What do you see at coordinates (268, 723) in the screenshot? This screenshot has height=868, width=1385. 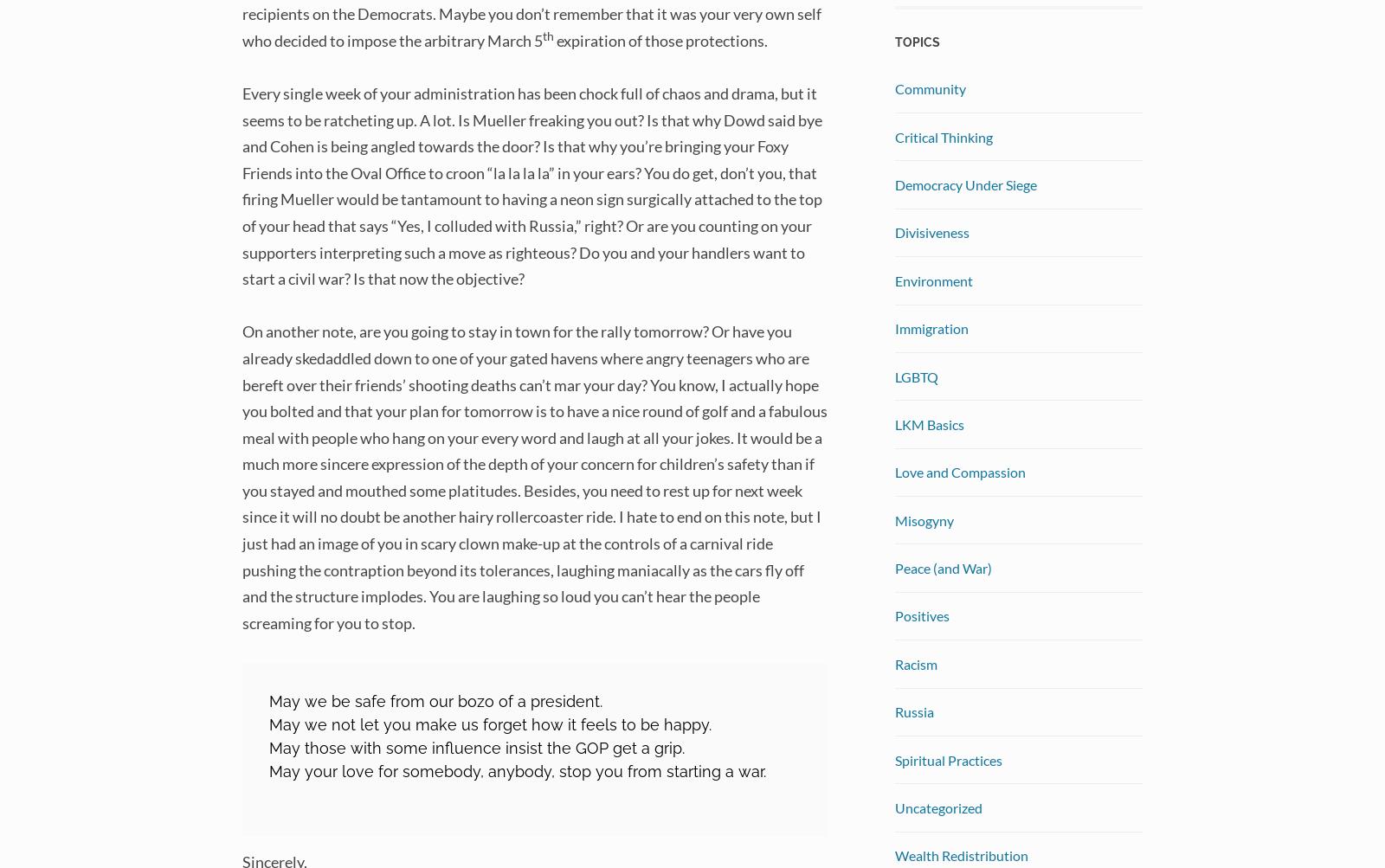 I see `'May we not let you make us forget how it feels to be happy.'` at bounding box center [268, 723].